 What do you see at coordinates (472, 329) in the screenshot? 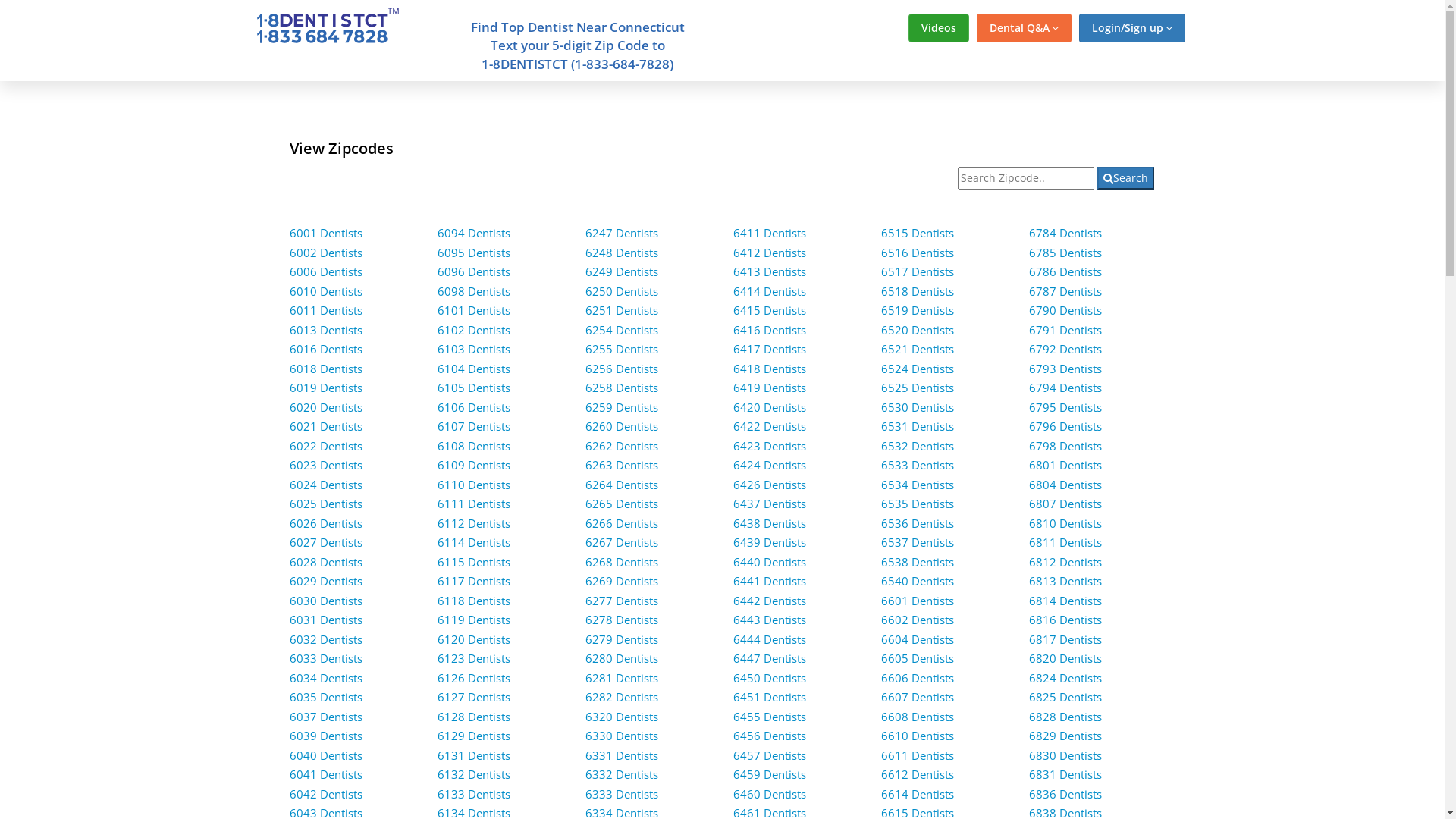
I see `'6102 Dentists'` at bounding box center [472, 329].